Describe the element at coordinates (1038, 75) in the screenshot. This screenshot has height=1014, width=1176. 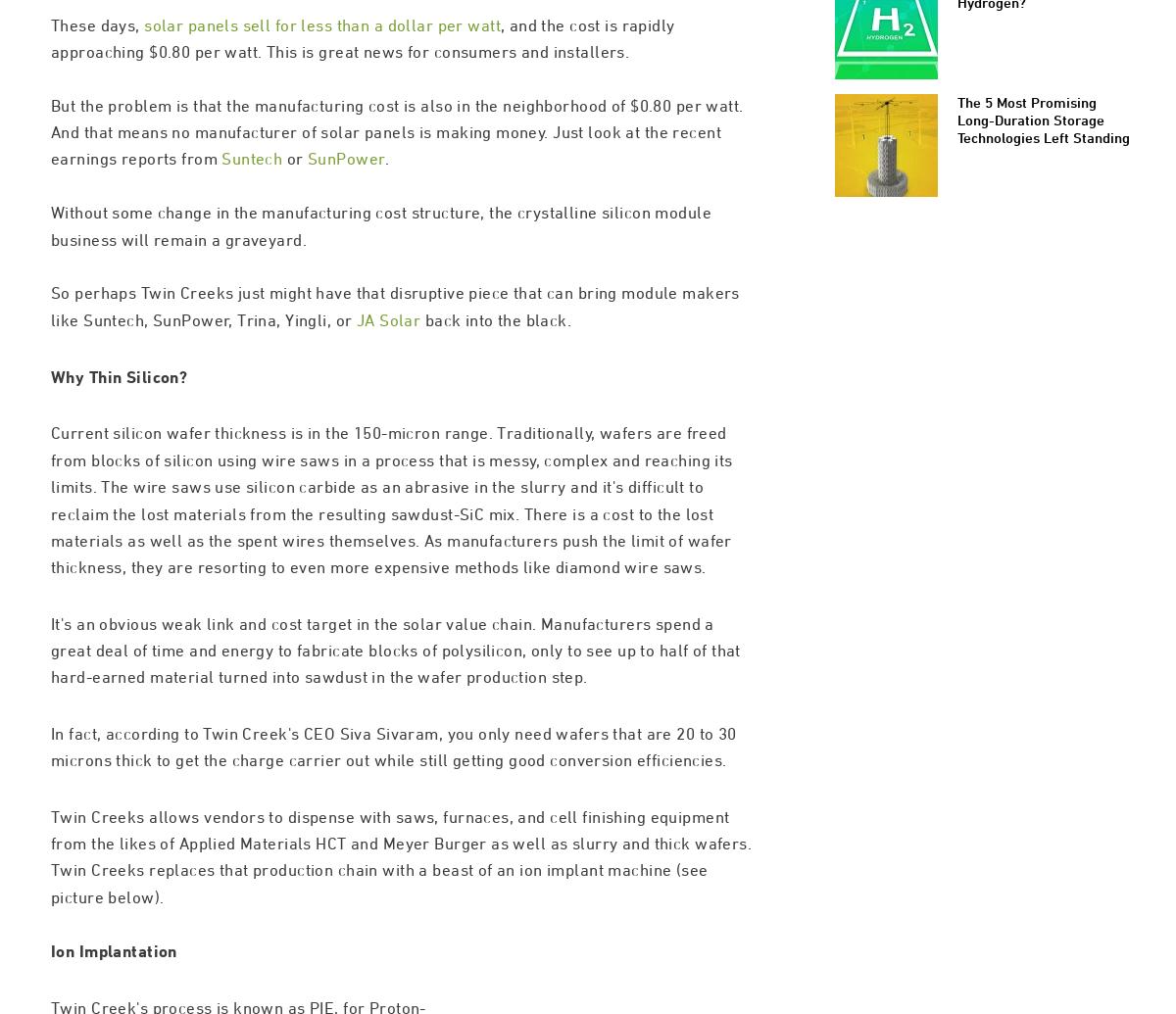
I see `'So, What Exactly Is Green Hydrogen?'` at that location.